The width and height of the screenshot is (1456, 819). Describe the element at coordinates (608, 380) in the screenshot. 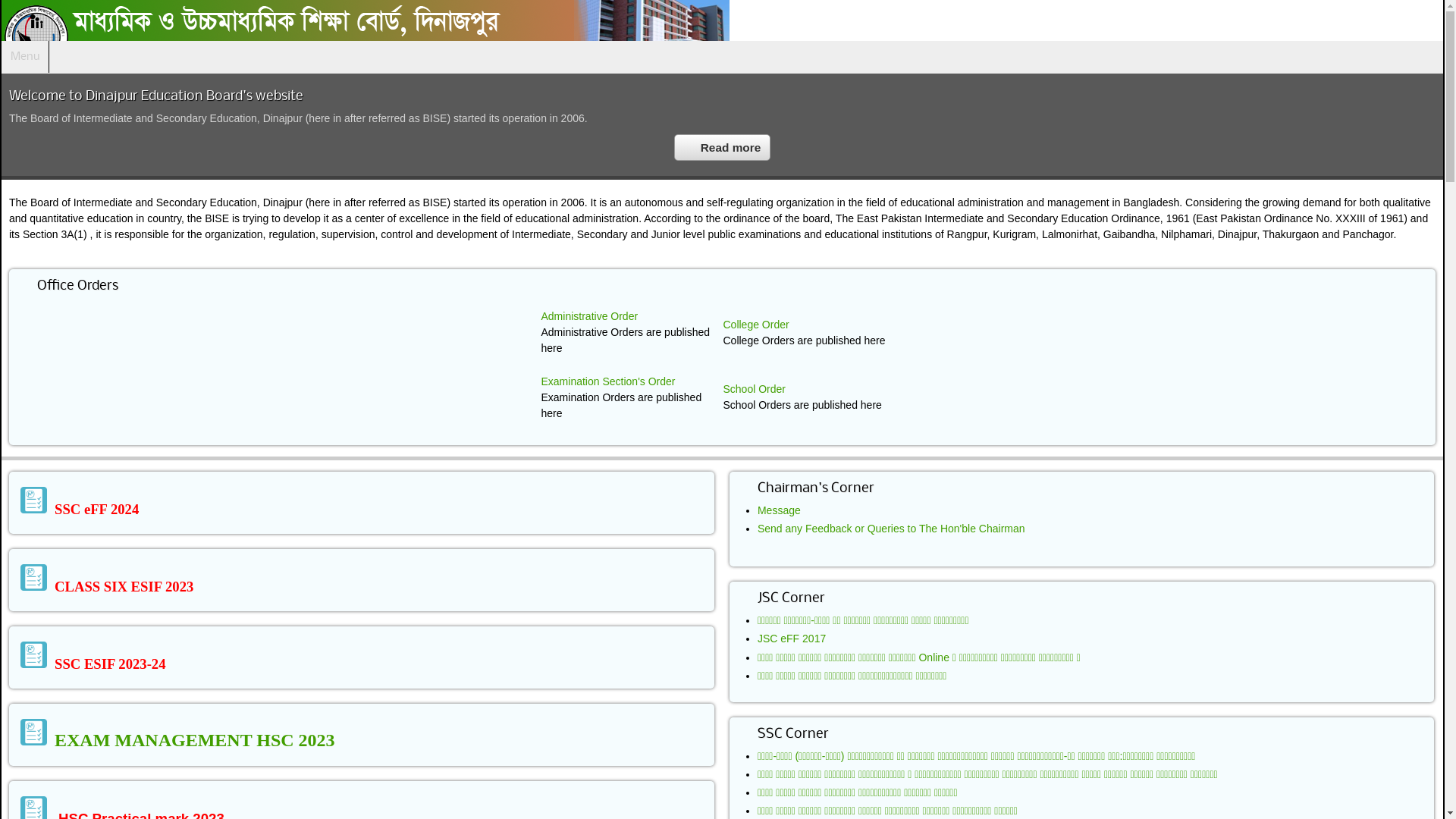

I see `'Examination Section's Order'` at that location.